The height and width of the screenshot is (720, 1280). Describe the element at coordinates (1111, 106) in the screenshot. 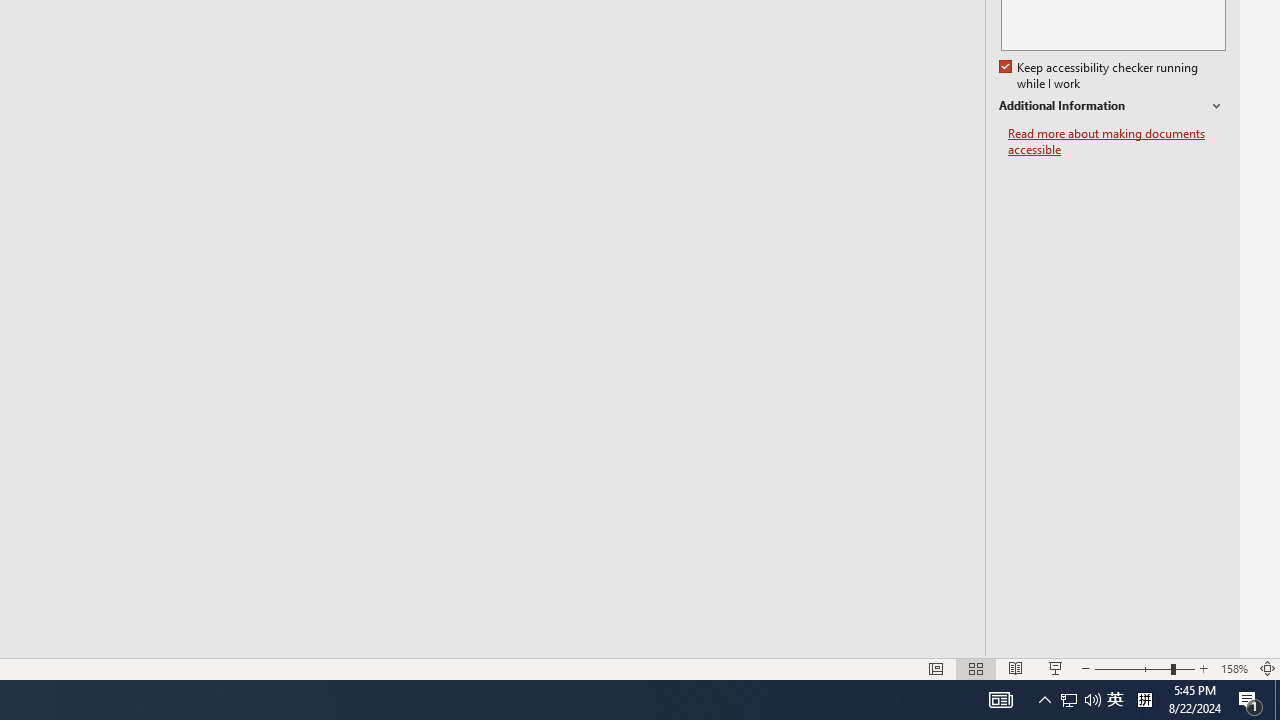

I see `'Additional Information'` at that location.